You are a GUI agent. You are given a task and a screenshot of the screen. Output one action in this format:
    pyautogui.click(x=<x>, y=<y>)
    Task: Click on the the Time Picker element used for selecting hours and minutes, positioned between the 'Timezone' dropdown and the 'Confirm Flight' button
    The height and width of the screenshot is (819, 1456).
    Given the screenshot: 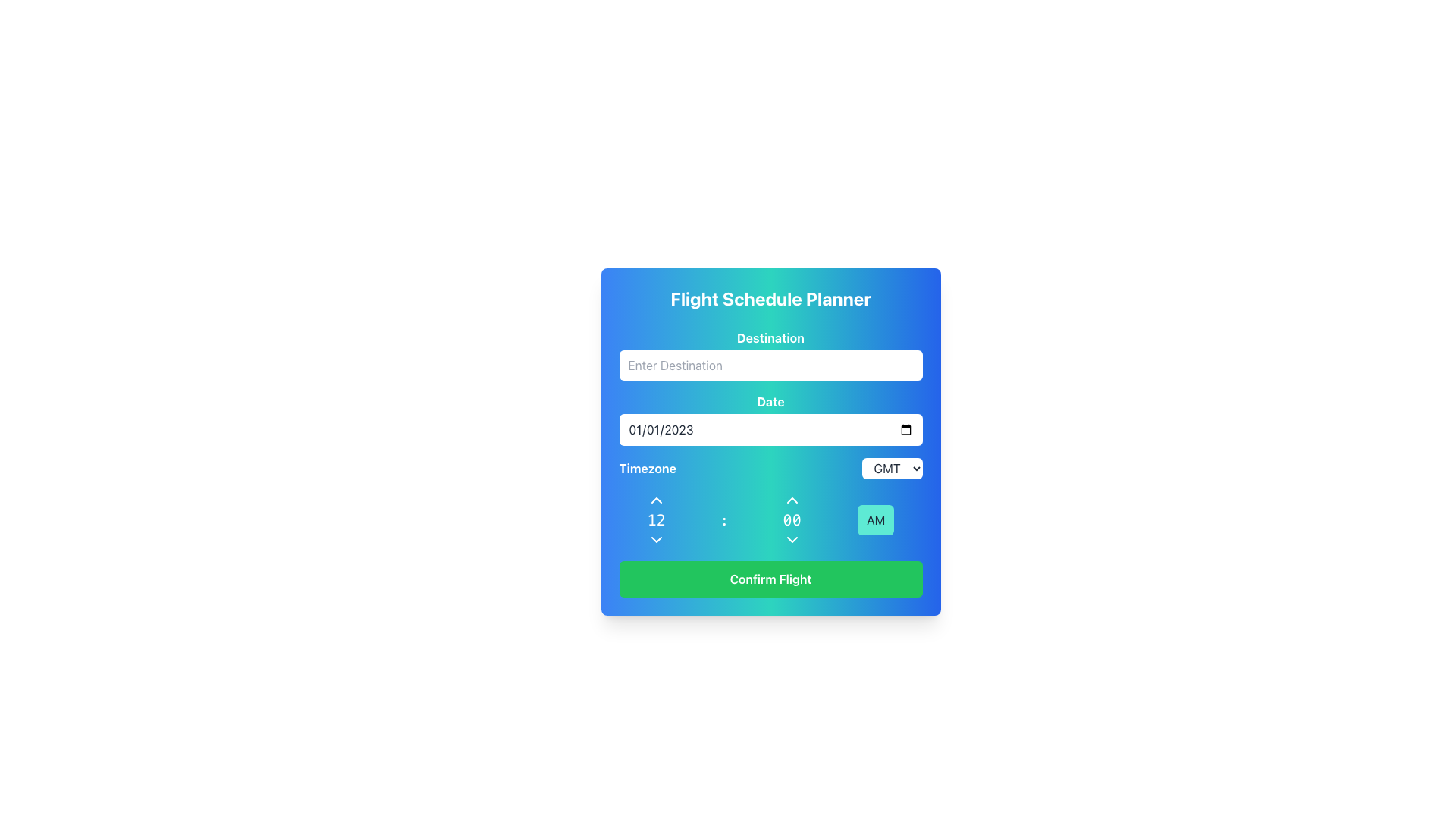 What is the action you would take?
    pyautogui.click(x=770, y=519)
    